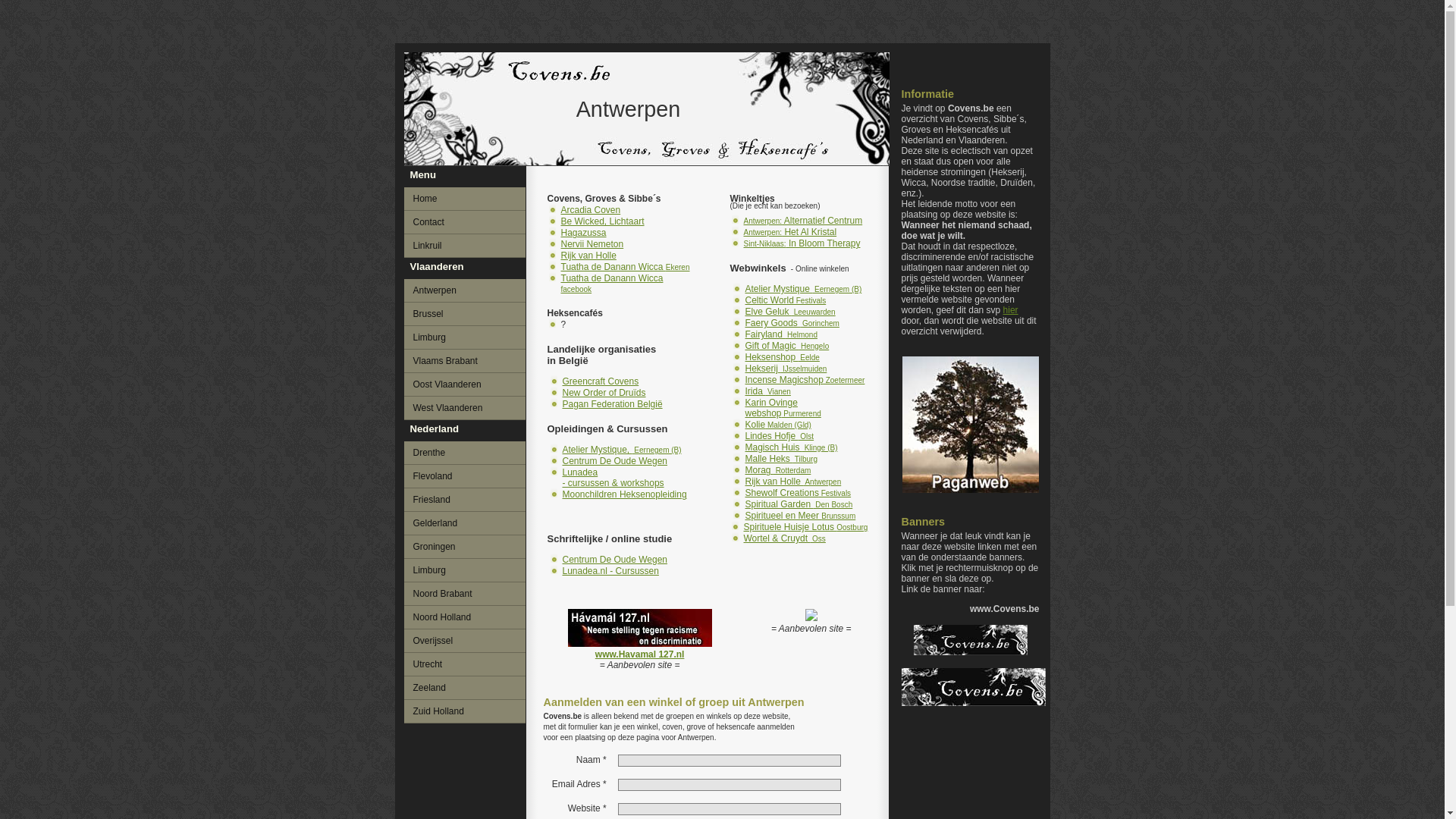  I want to click on 'Malle Heks  Tilburg', so click(780, 458).